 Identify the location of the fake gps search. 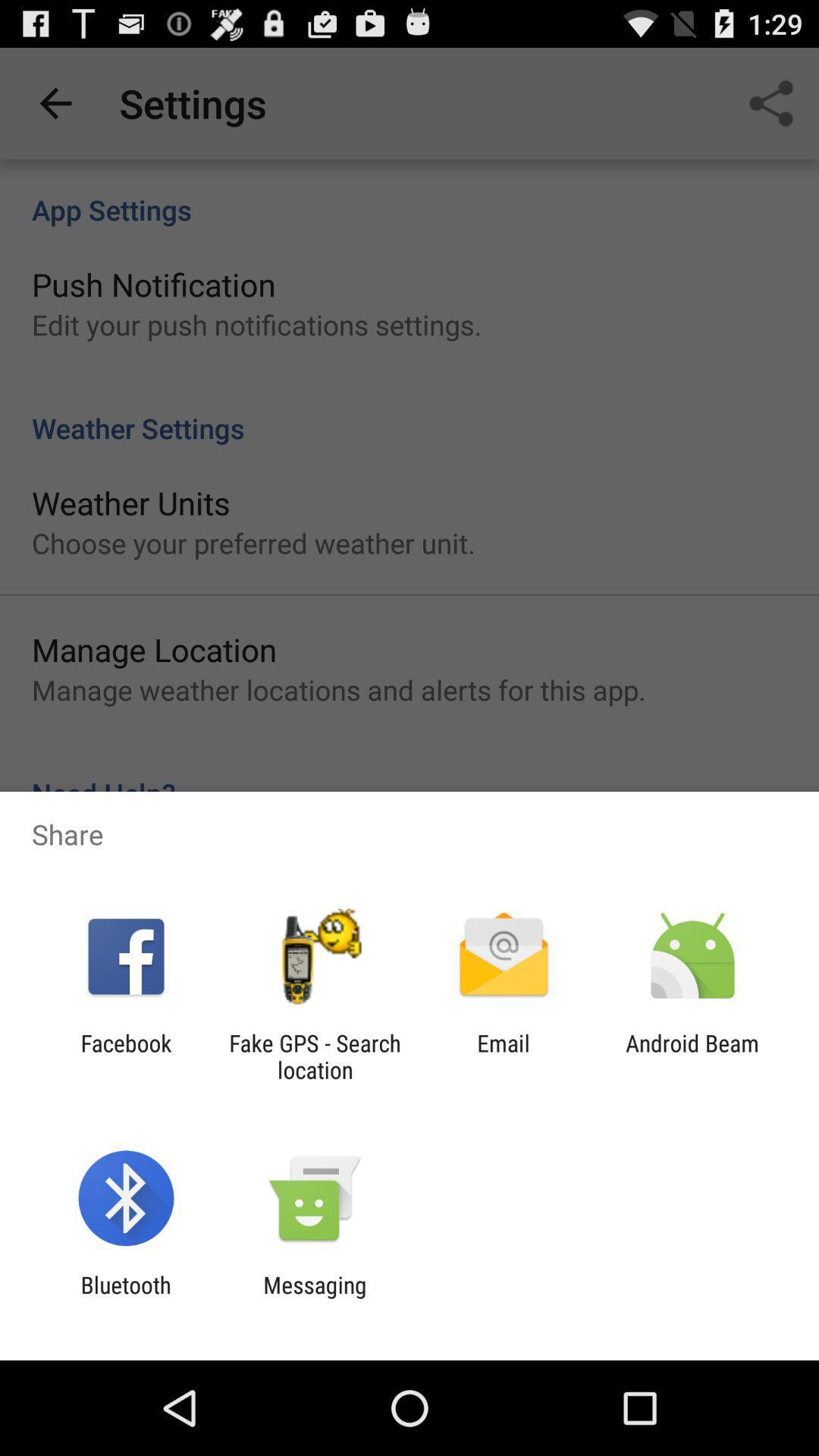
(314, 1056).